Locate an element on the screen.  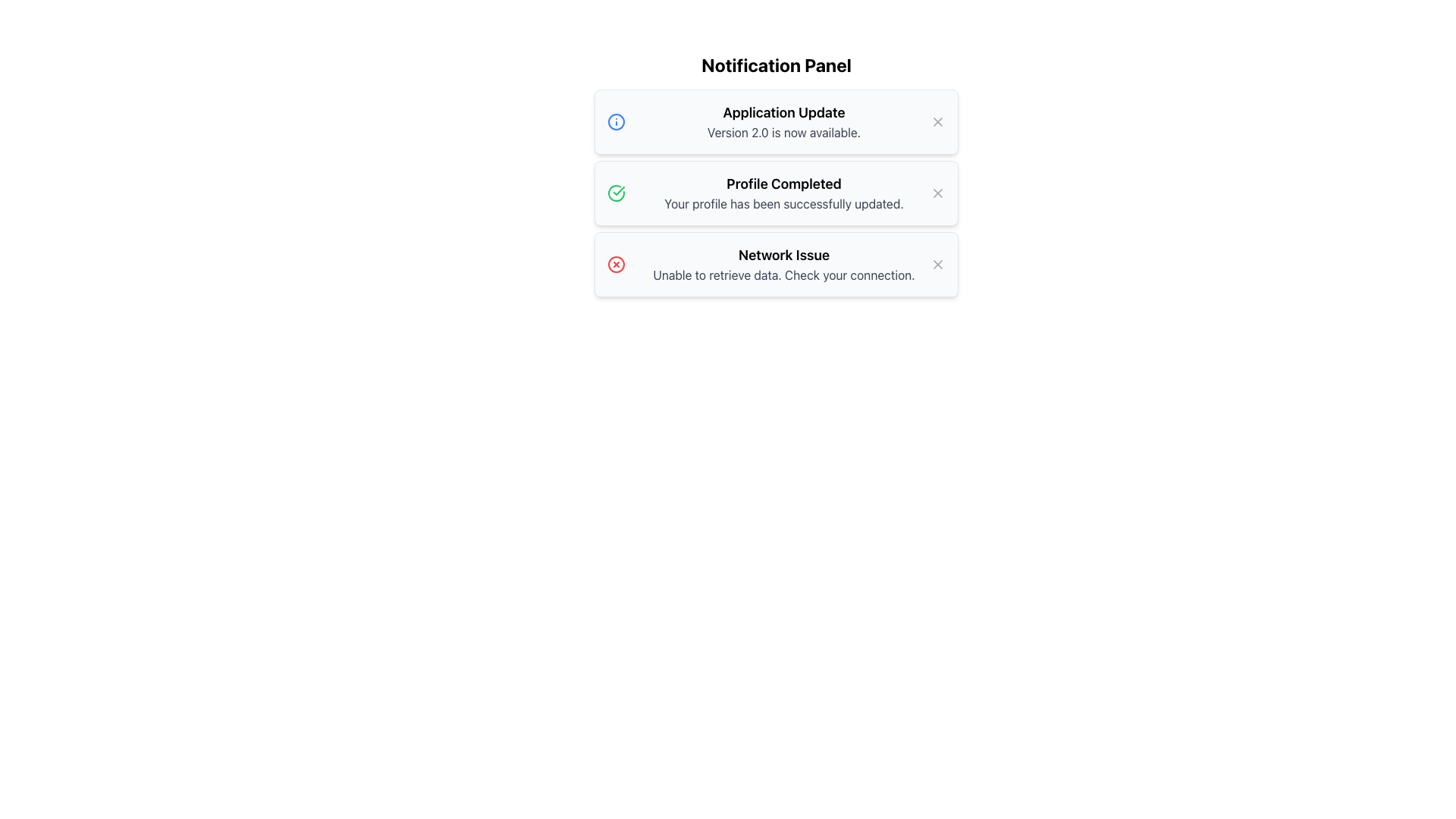
the close button located at the far right of the 'Network Issue' notification card is located at coordinates (937, 263).